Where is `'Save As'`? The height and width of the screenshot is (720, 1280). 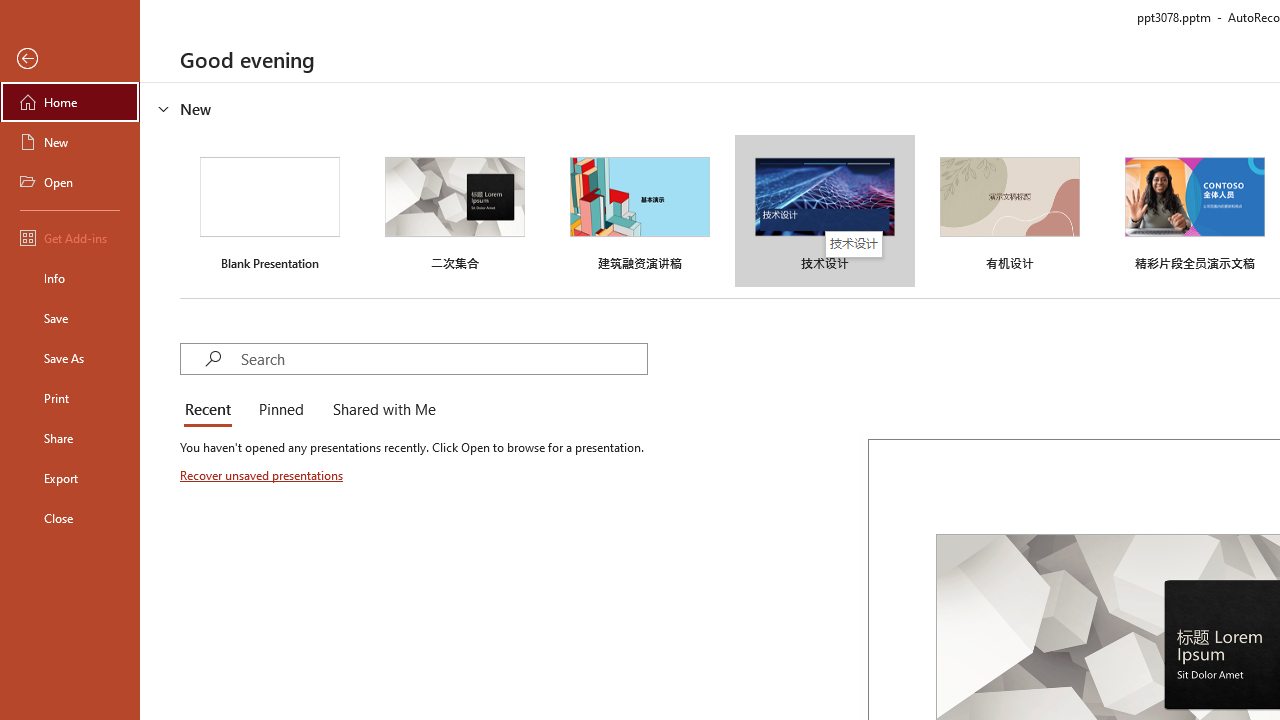
'Save As' is located at coordinates (69, 356).